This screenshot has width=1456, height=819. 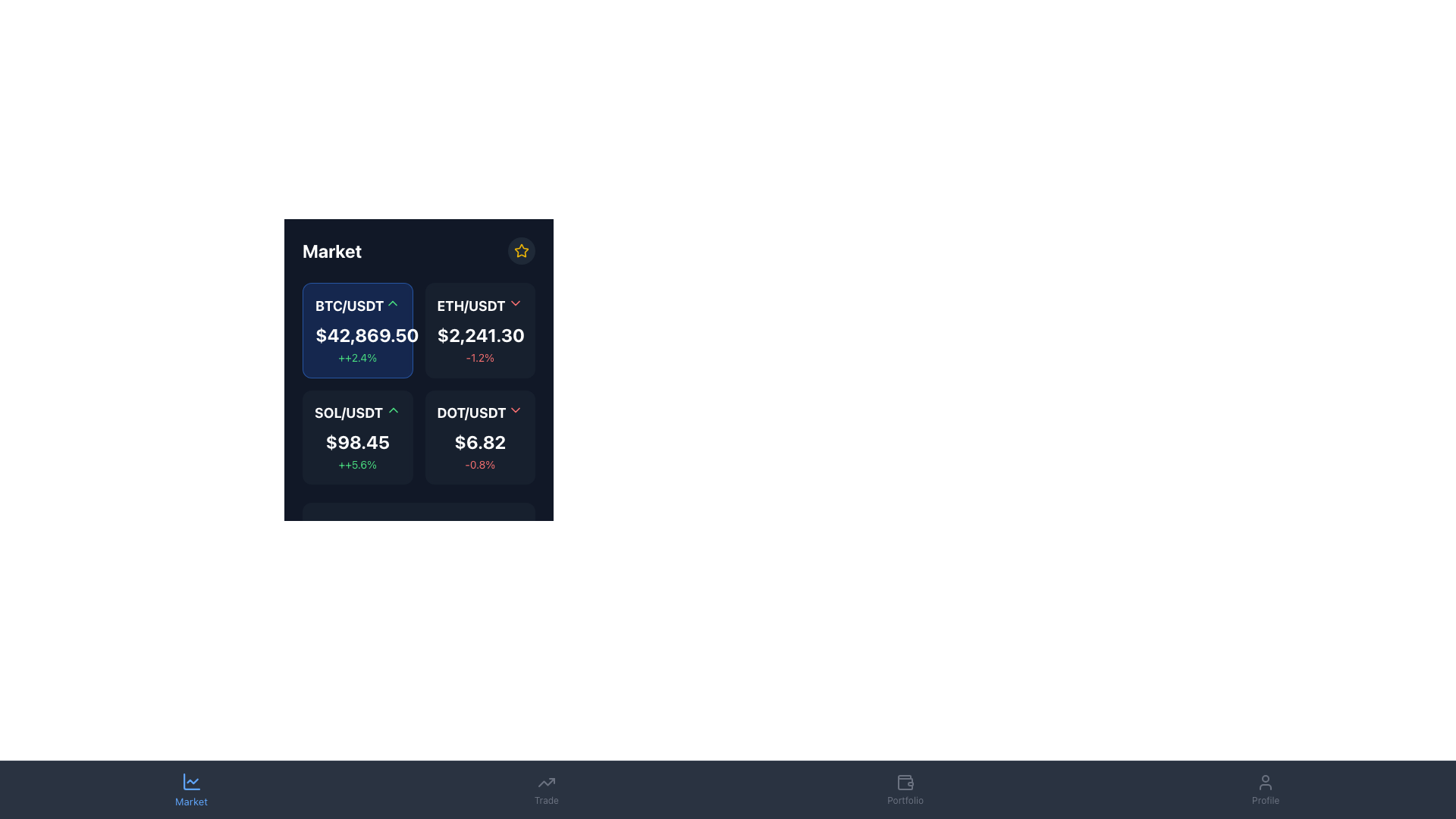 What do you see at coordinates (356, 357) in the screenshot?
I see `the text label displaying '++2.4%' which indicates a positive change in the BTC/USDT card, located directly below the price value '$42,869.50'` at bounding box center [356, 357].